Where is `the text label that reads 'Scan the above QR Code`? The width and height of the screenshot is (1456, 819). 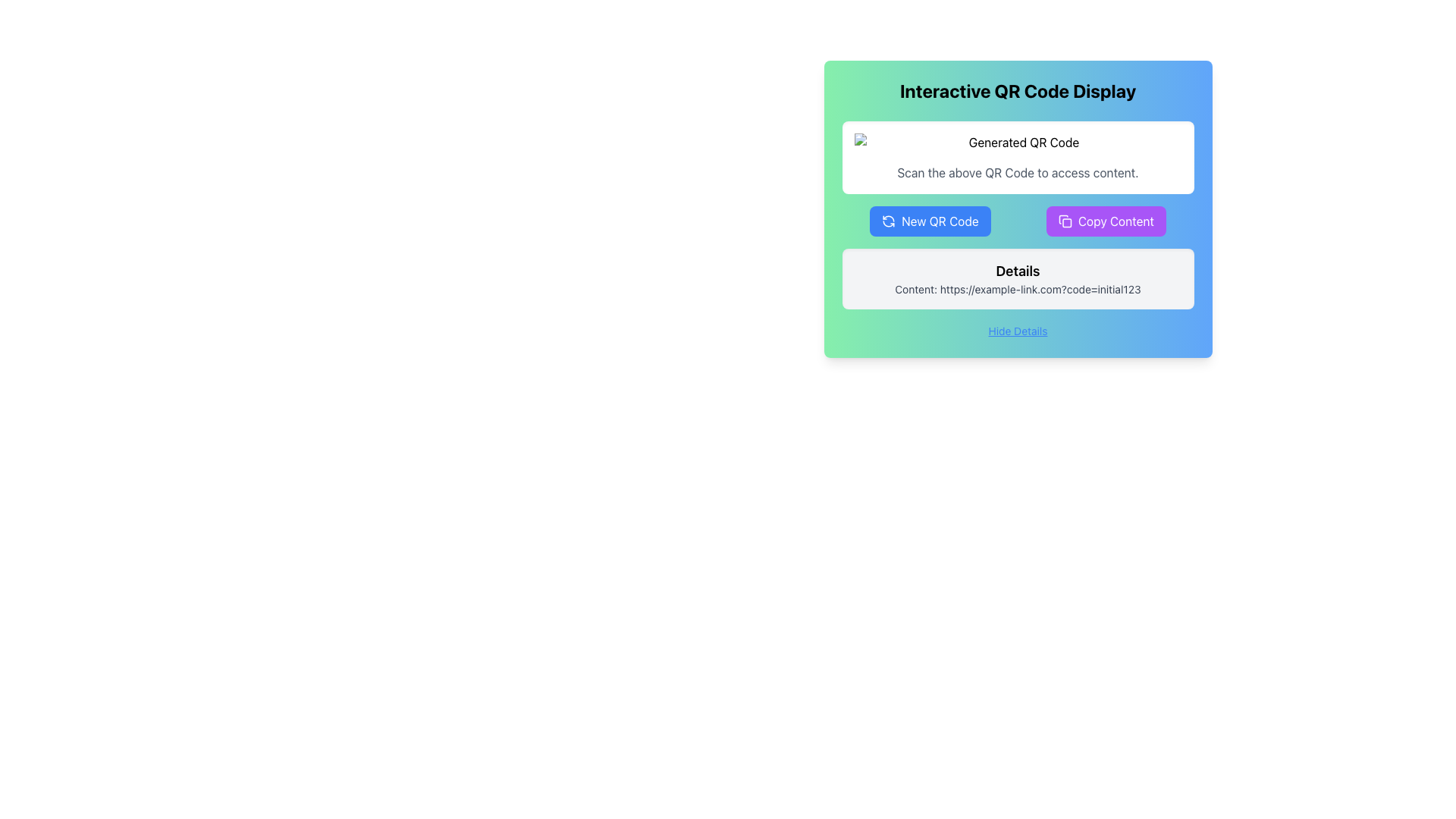
the text label that reads 'Scan the above QR Code is located at coordinates (1018, 171).